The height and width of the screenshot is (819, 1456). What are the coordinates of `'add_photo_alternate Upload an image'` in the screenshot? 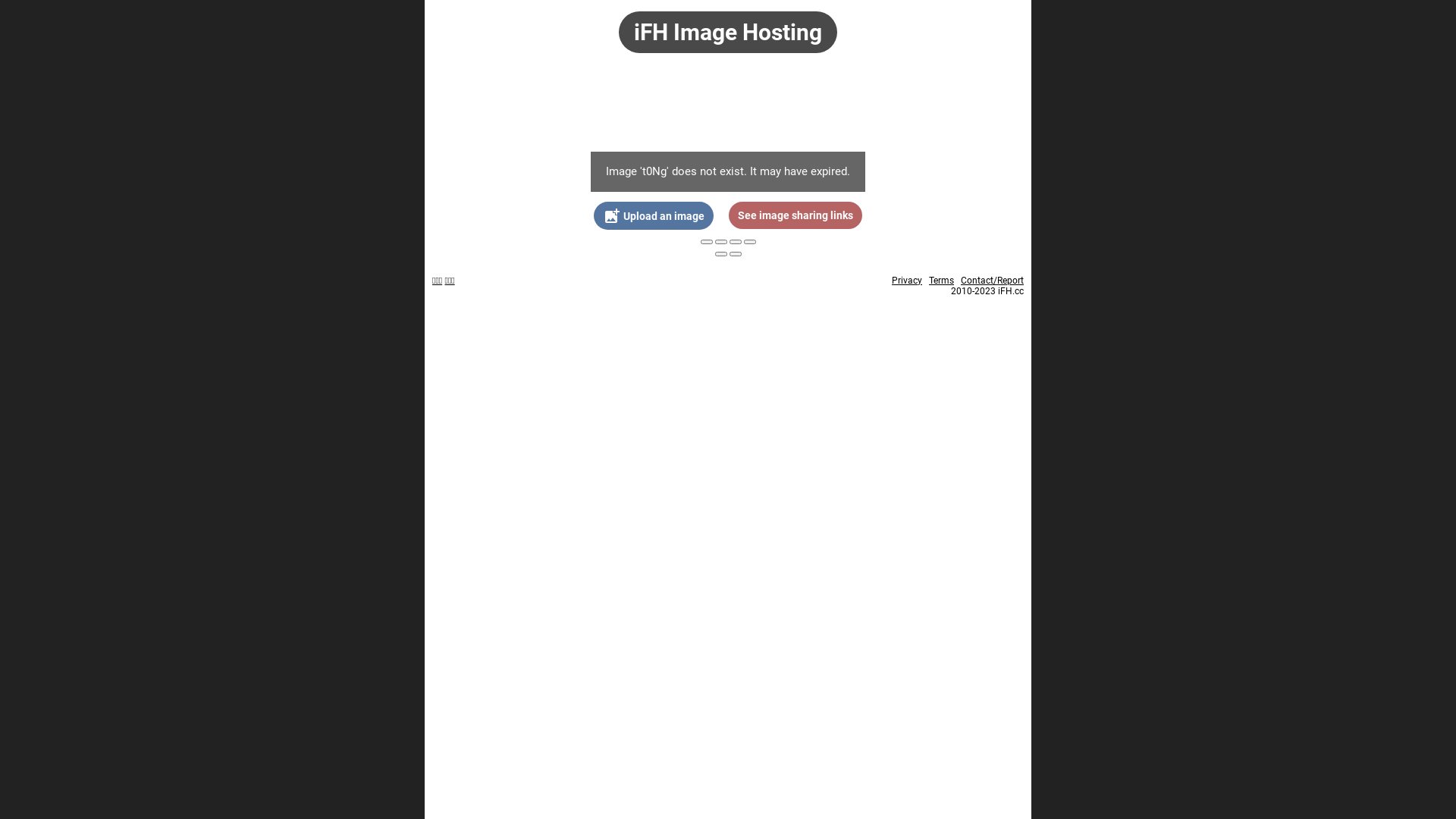 It's located at (654, 215).